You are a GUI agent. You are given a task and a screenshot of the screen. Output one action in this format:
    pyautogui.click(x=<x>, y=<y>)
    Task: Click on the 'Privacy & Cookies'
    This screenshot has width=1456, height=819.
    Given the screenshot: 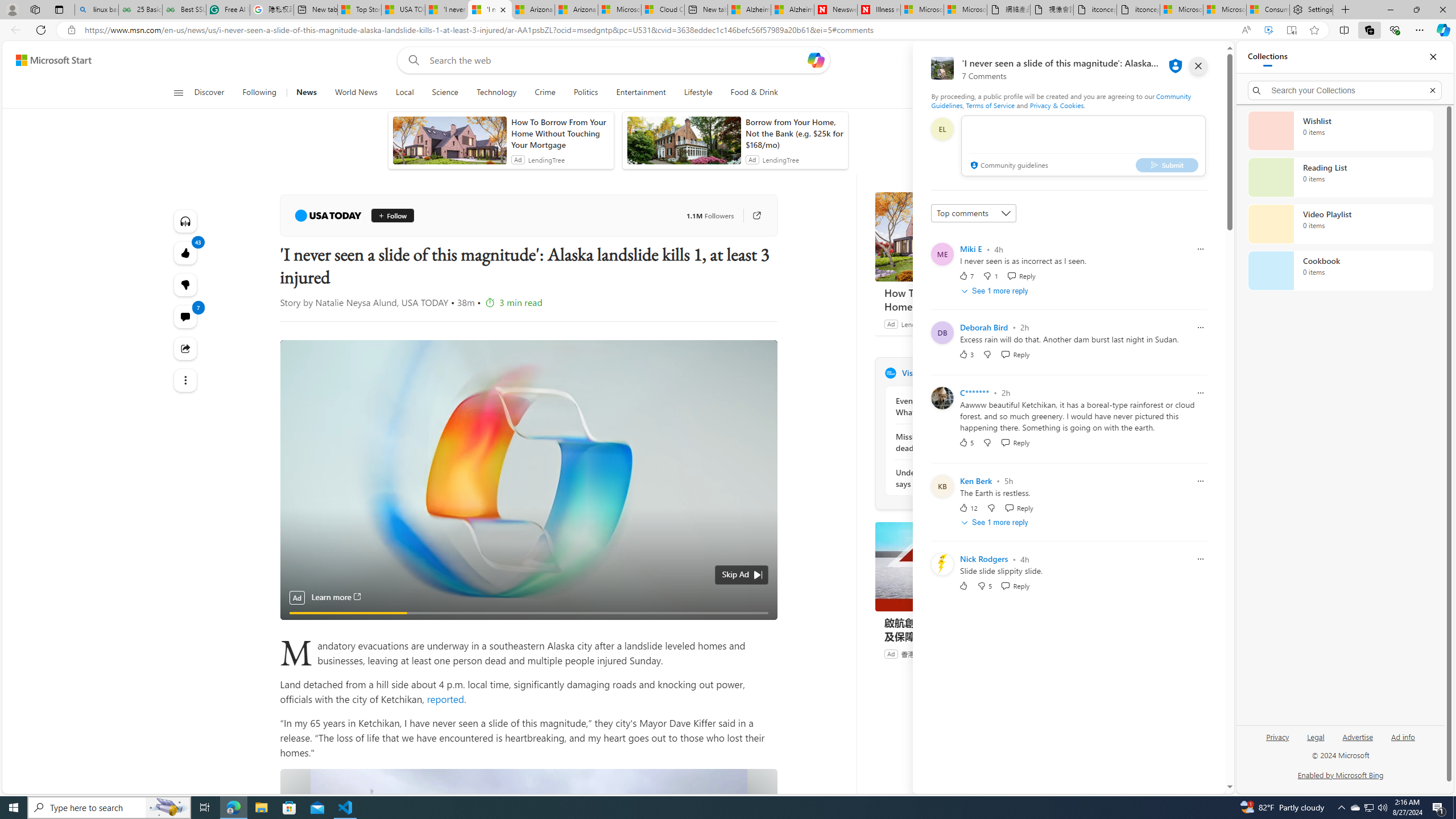 What is the action you would take?
    pyautogui.click(x=1057, y=105)
    